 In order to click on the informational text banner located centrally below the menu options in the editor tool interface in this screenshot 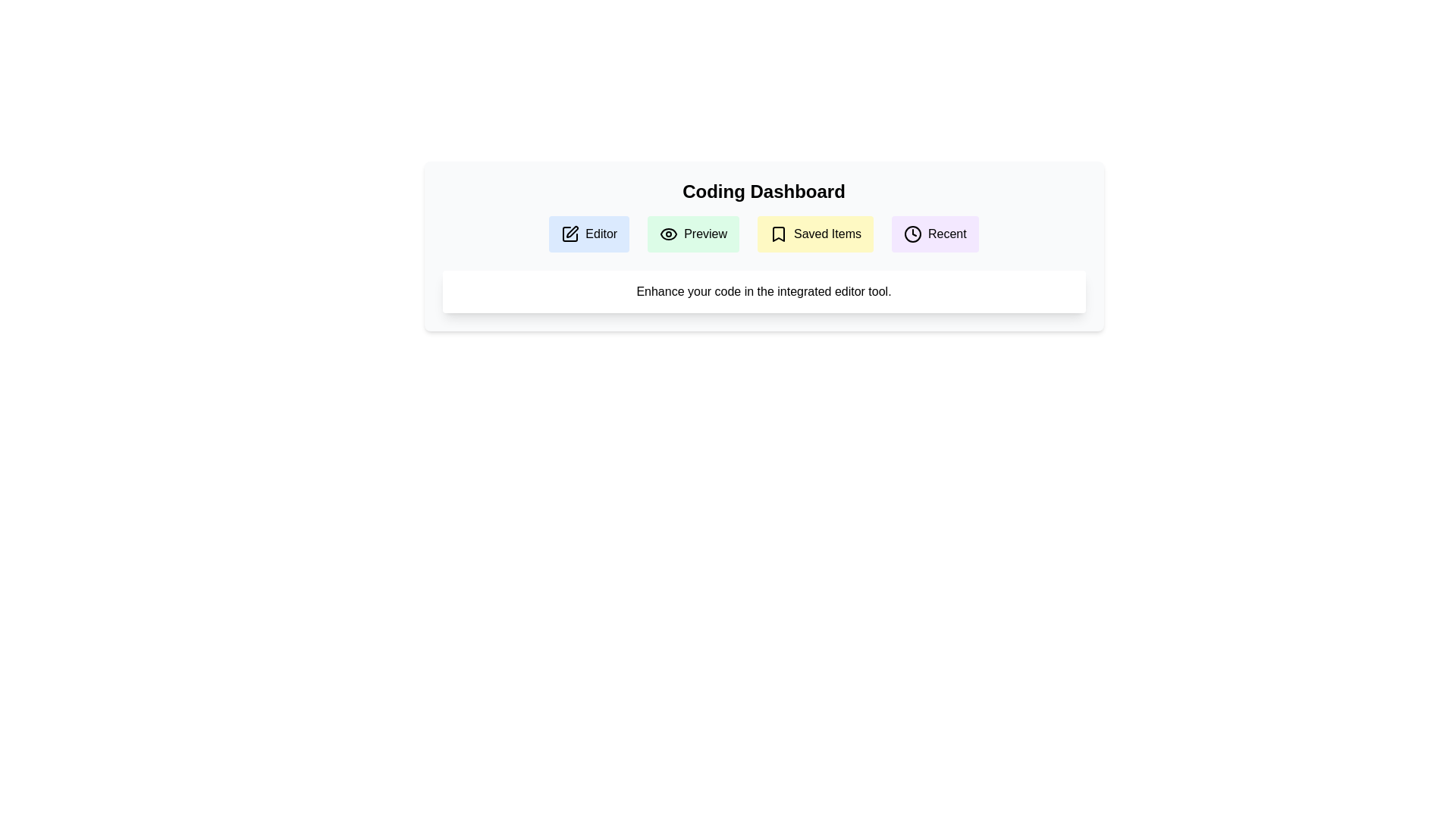, I will do `click(764, 292)`.